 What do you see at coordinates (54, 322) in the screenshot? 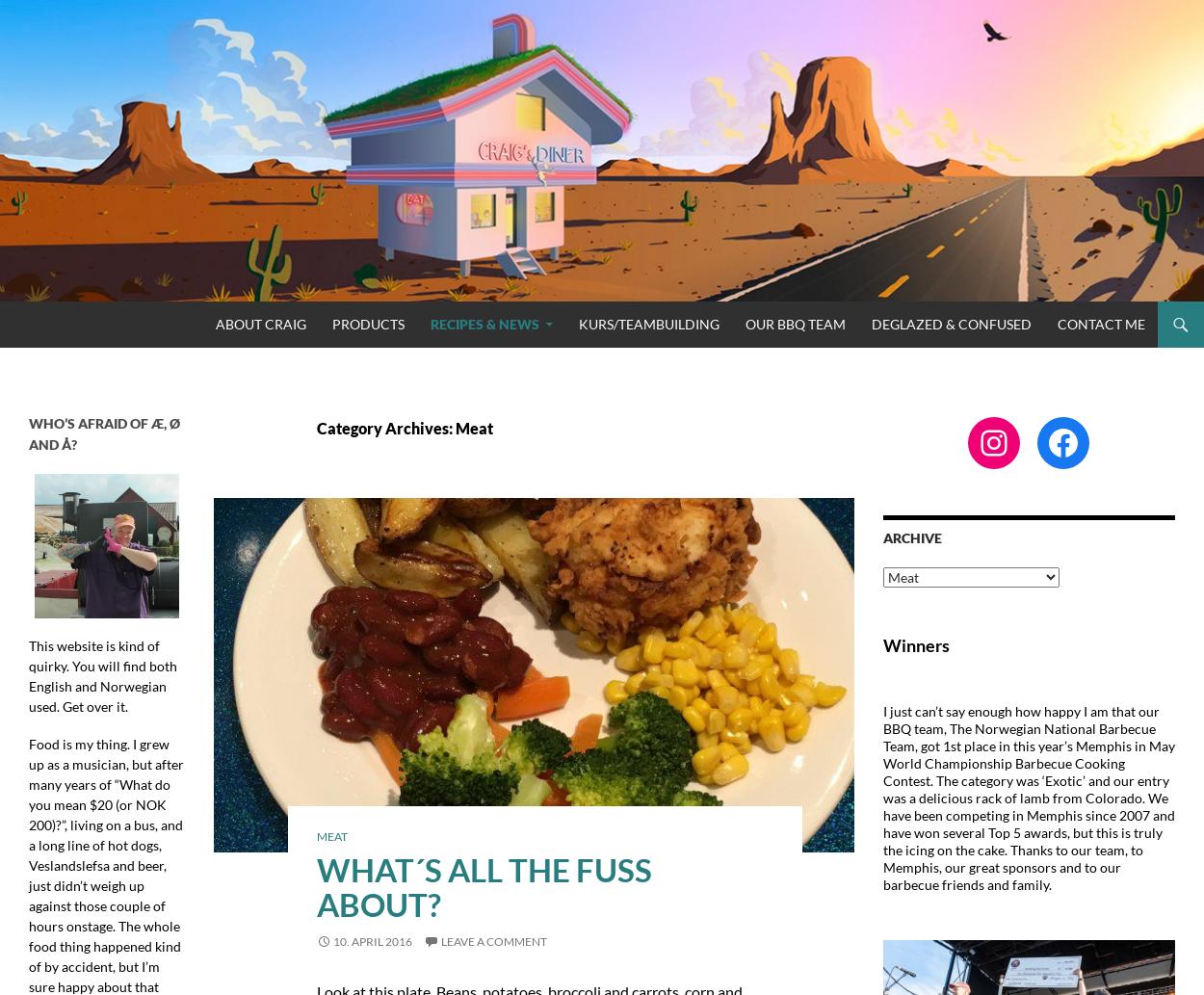
I see `'Craig.no'` at bounding box center [54, 322].